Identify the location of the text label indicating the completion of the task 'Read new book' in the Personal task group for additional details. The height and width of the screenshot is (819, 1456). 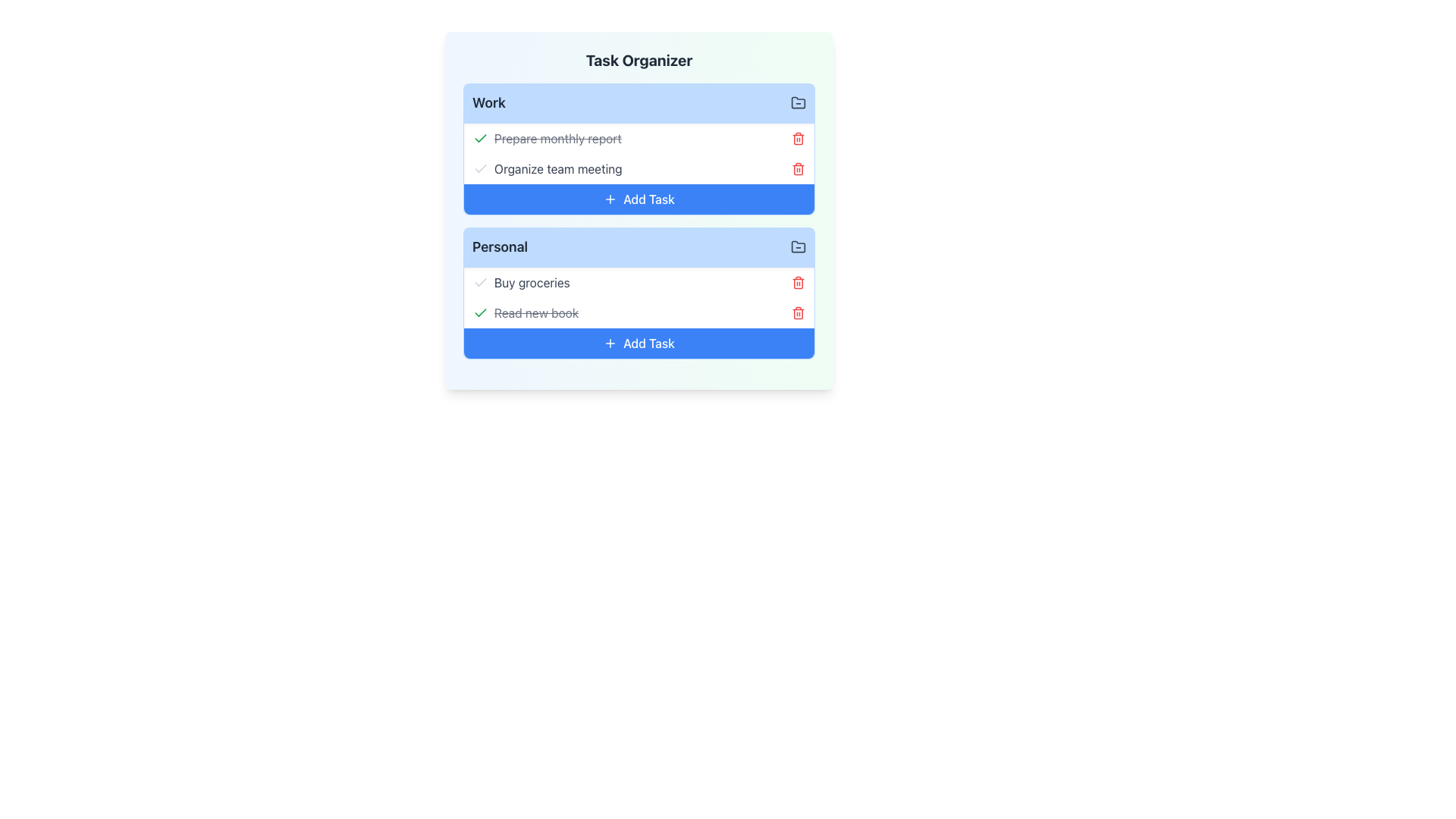
(536, 312).